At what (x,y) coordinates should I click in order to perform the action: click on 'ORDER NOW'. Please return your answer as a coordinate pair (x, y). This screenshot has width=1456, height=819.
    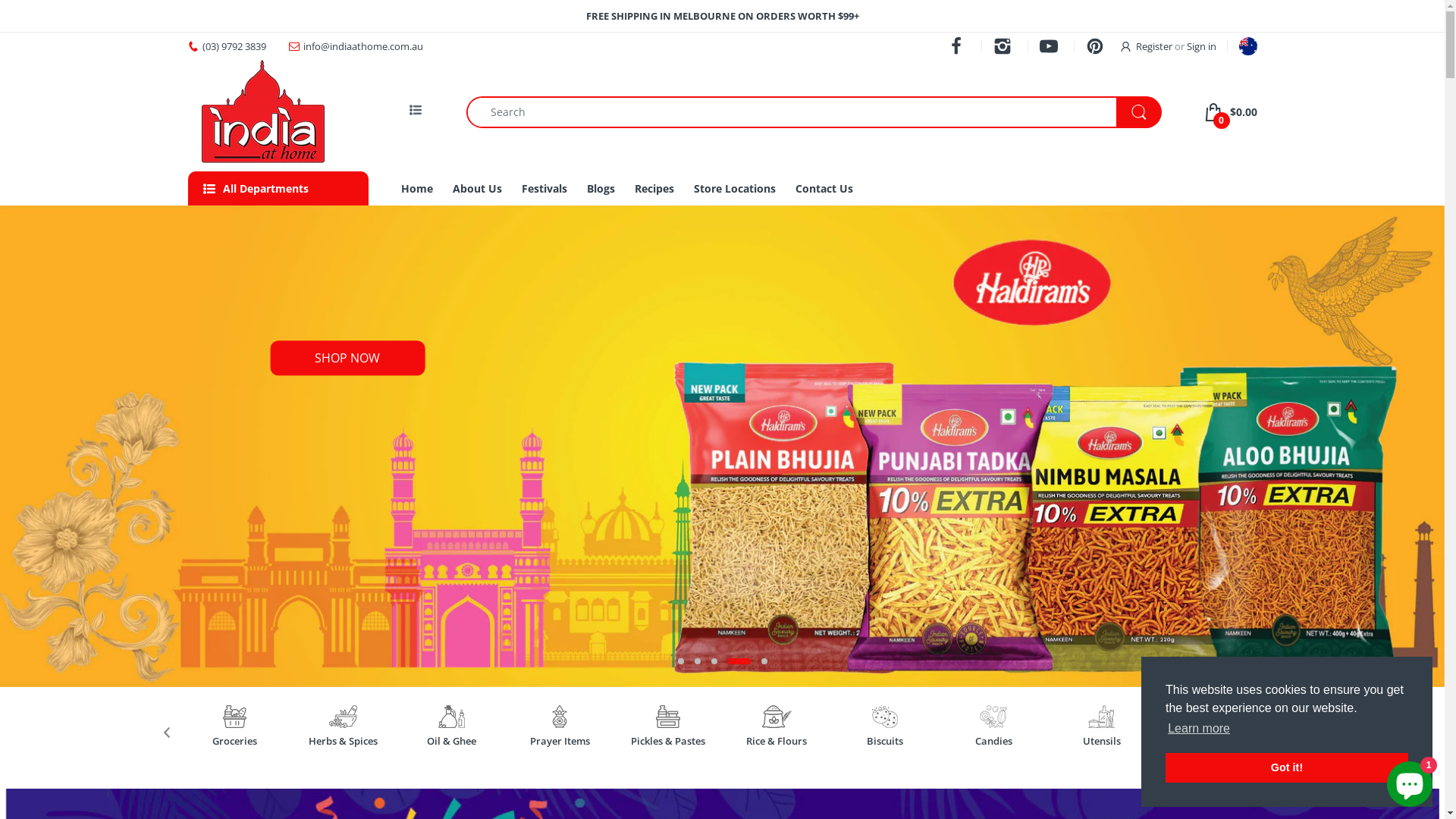
    Looking at the image, I should click on (349, 359).